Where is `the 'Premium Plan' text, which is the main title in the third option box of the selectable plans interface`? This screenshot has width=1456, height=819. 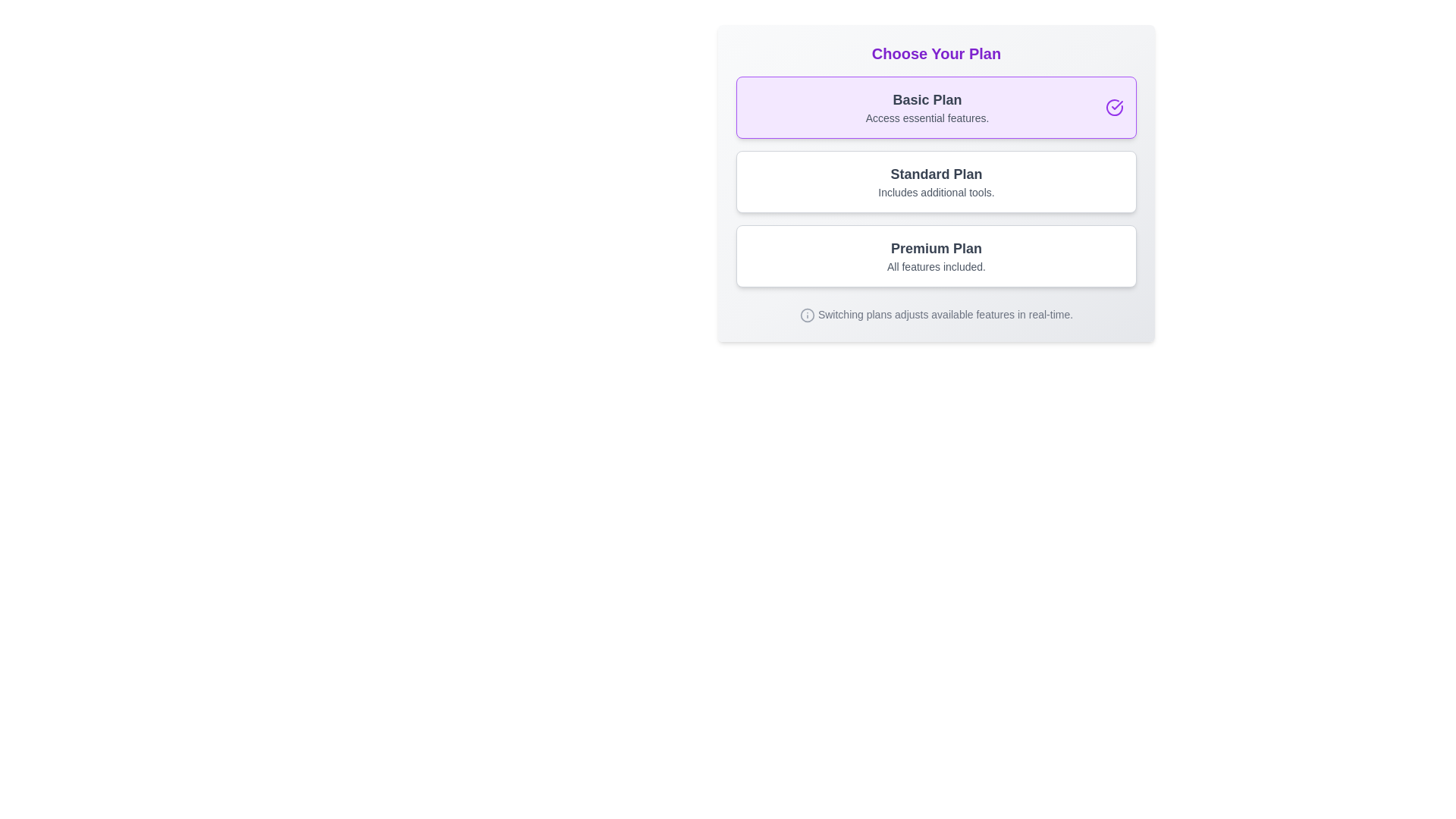
the 'Premium Plan' text, which is the main title in the third option box of the selectable plans interface is located at coordinates (935, 247).